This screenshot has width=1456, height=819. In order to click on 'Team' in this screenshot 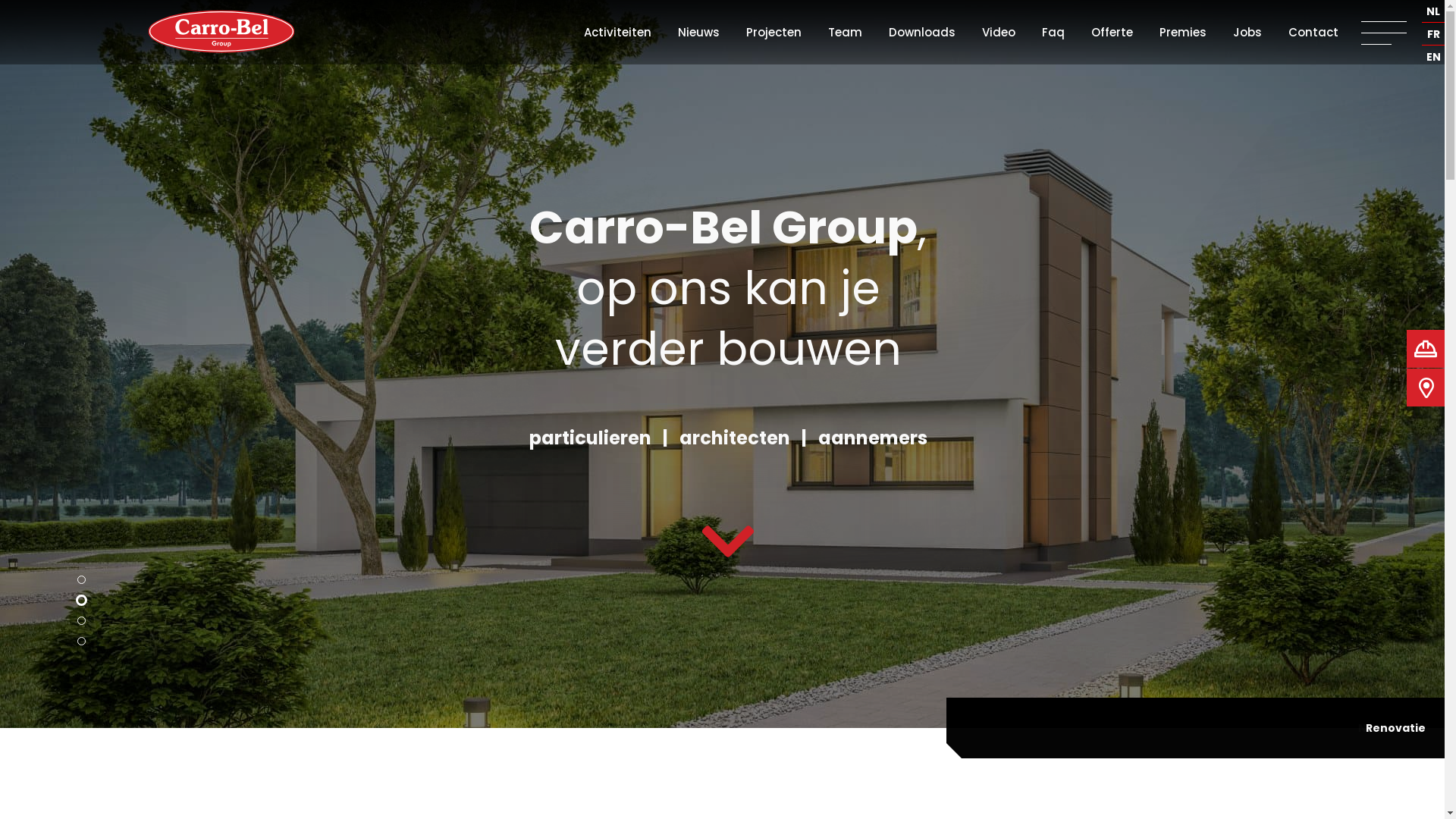, I will do `click(844, 32)`.